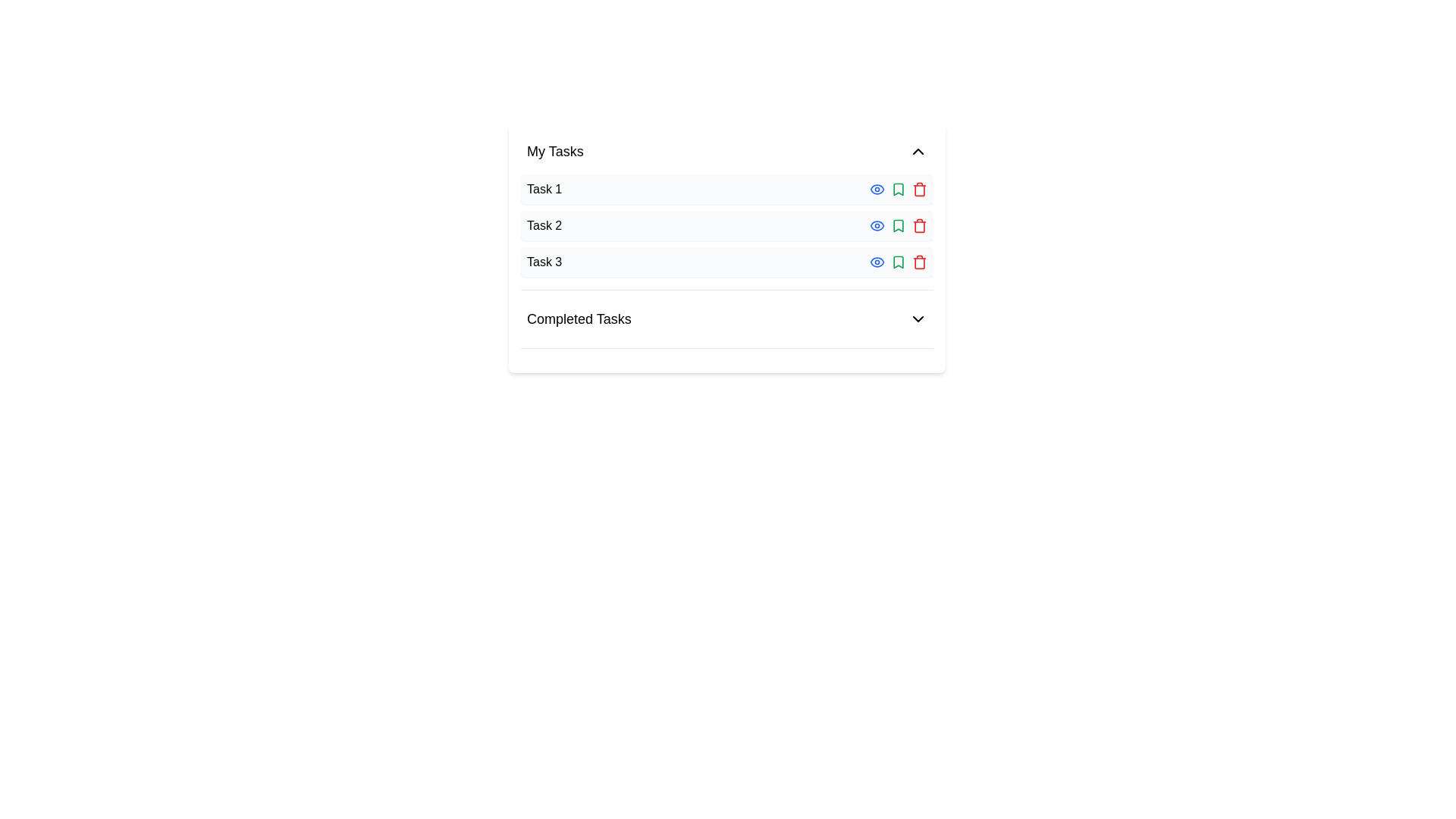 This screenshot has width=1456, height=819. I want to click on the Dropdown toggle (Chevron icon) to trigger hover effects, which is located at the far right of the 'Completed Tasks' label, so click(917, 318).